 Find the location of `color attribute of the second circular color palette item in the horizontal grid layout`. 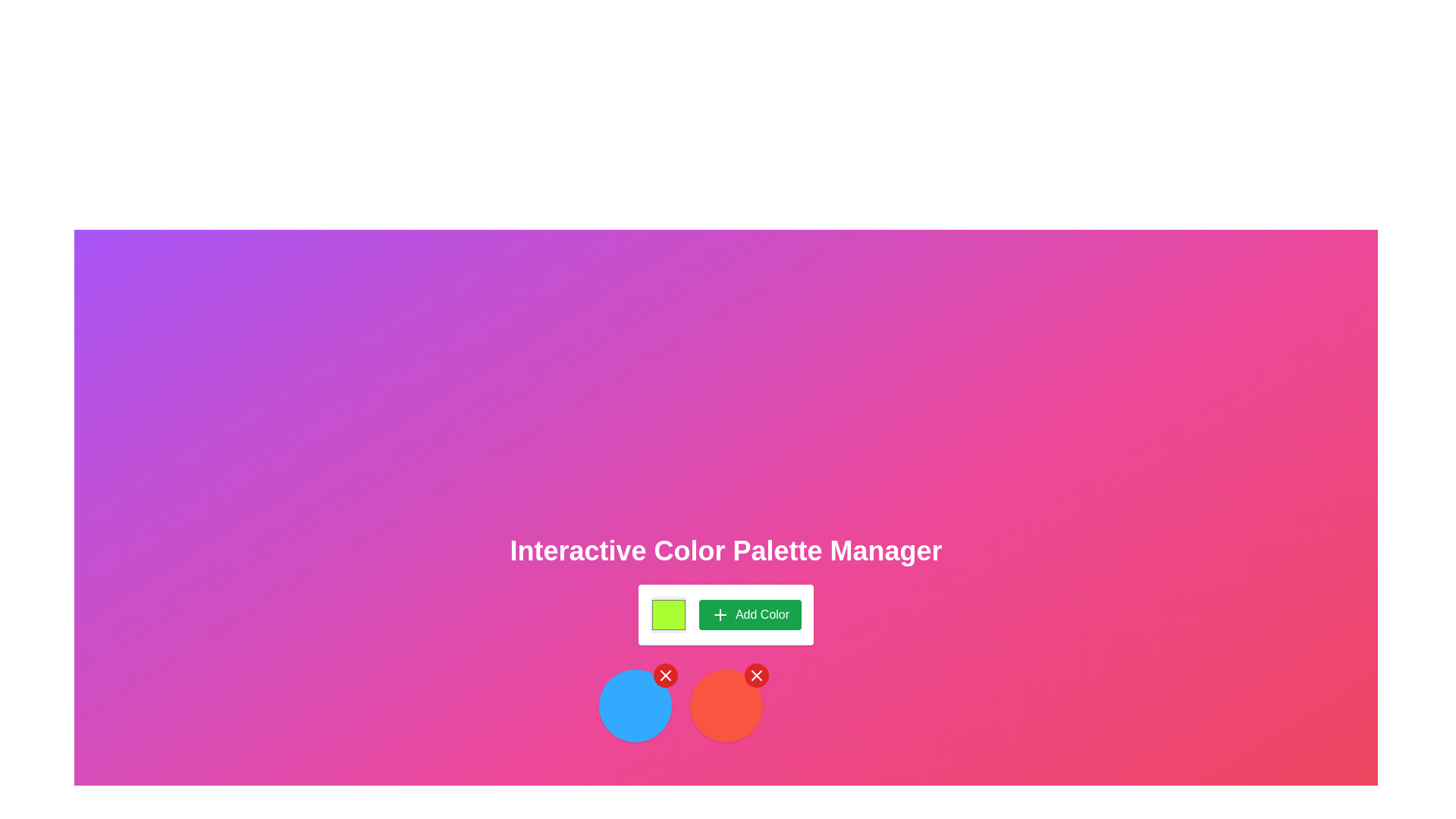

color attribute of the second circular color palette item in the horizontal grid layout is located at coordinates (725, 705).